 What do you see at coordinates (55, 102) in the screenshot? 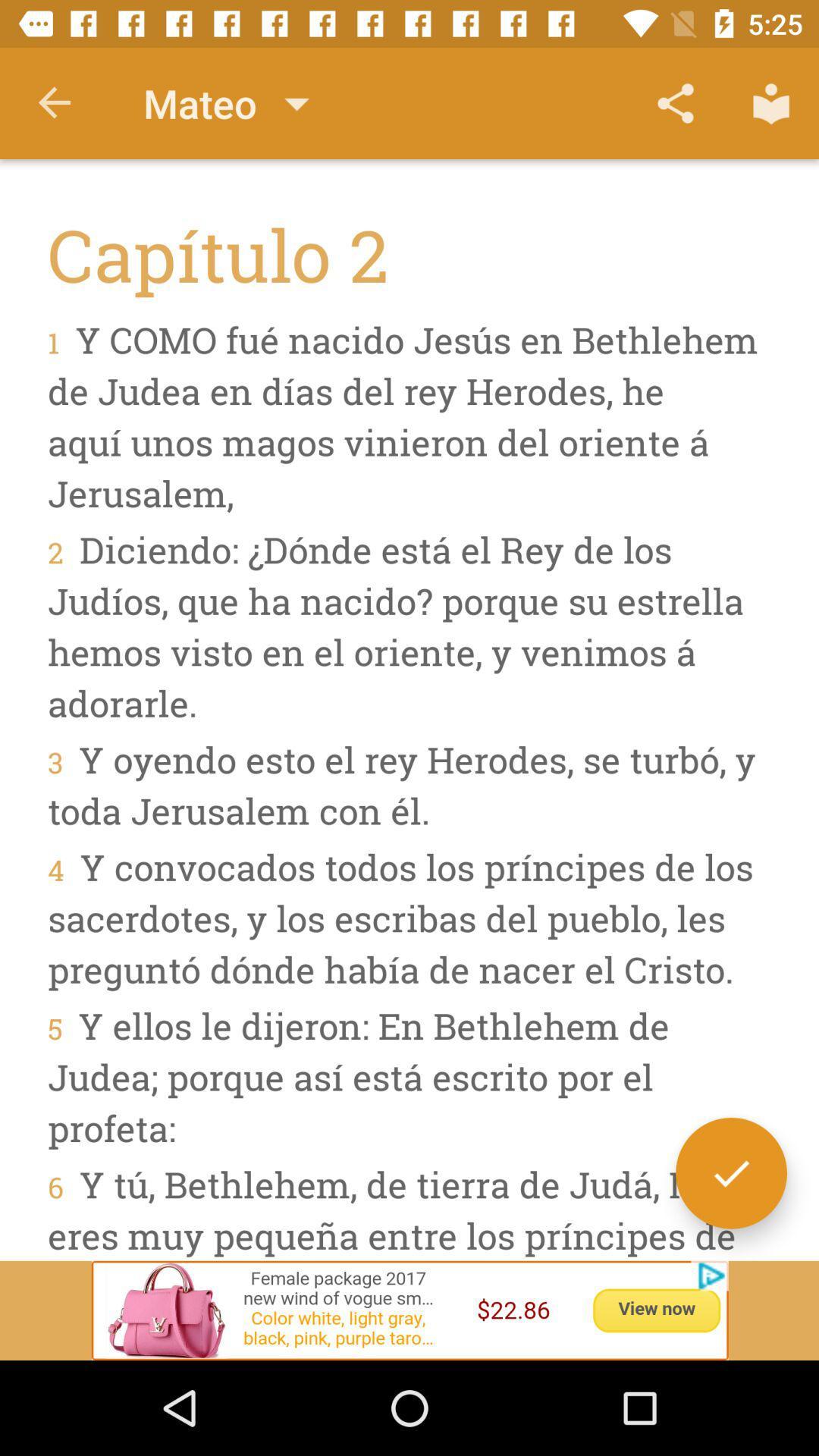
I see `the icon next to the mateo item` at bounding box center [55, 102].